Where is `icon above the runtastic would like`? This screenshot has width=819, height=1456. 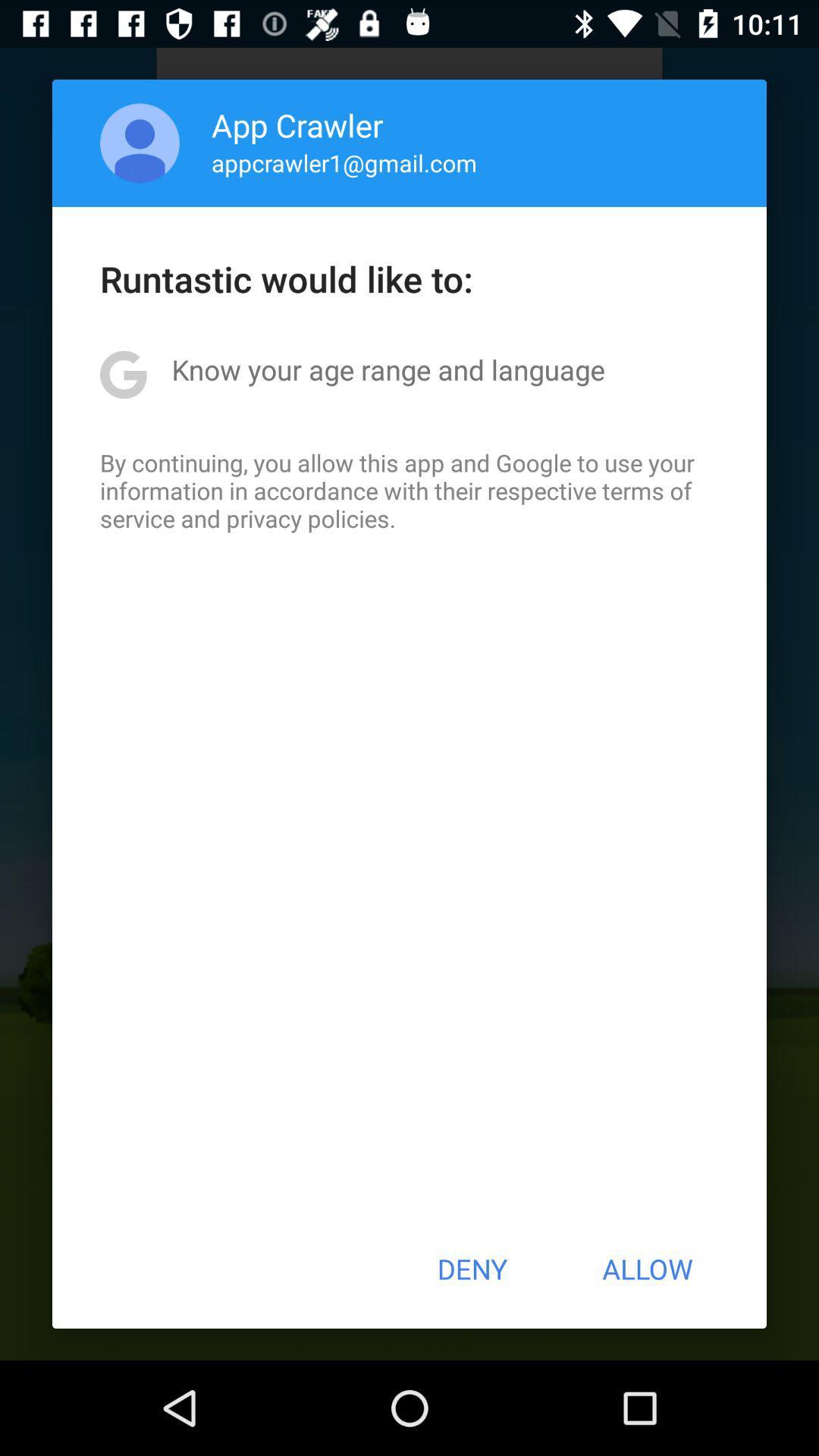 icon above the runtastic would like is located at coordinates (344, 162).